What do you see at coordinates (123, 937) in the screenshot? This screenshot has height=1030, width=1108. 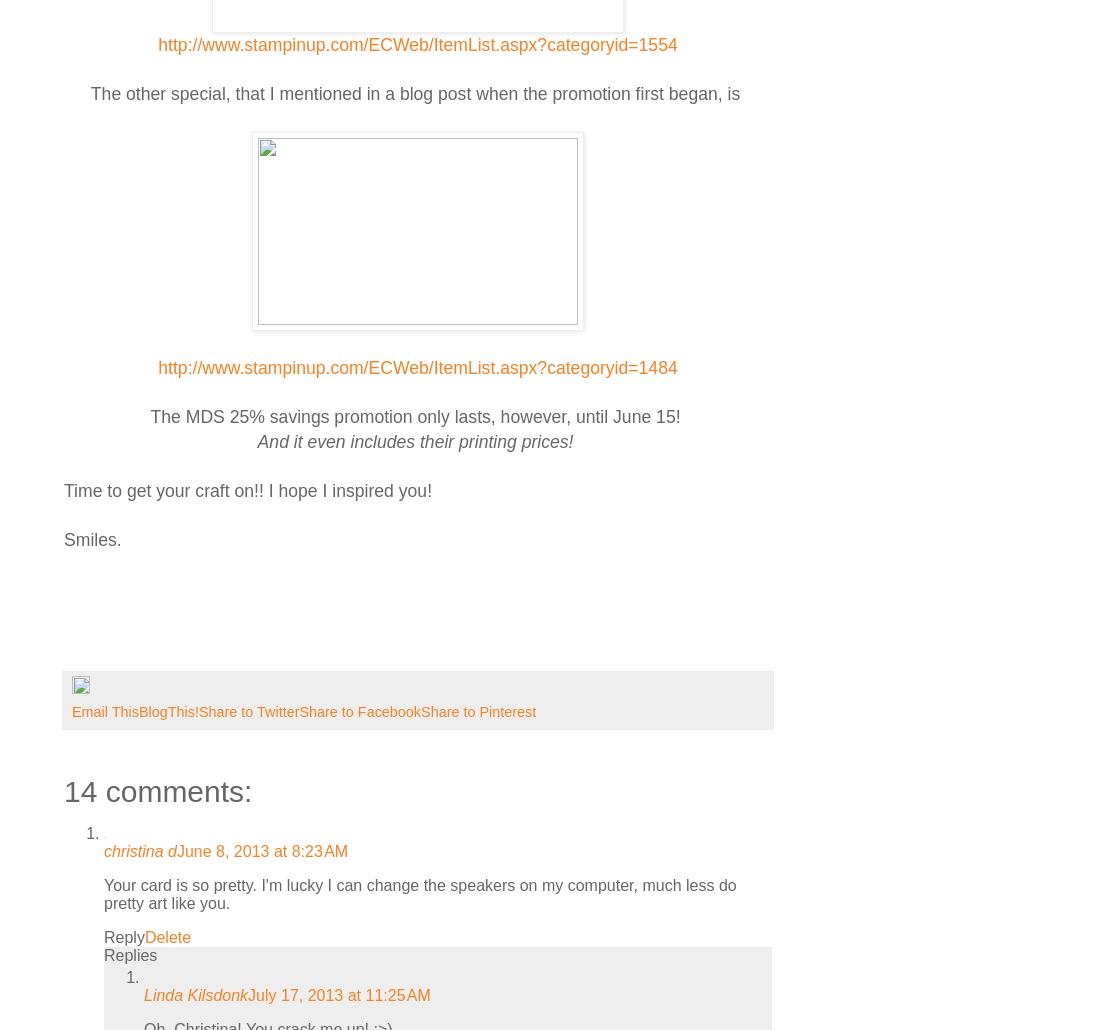 I see `'Reply'` at bounding box center [123, 937].